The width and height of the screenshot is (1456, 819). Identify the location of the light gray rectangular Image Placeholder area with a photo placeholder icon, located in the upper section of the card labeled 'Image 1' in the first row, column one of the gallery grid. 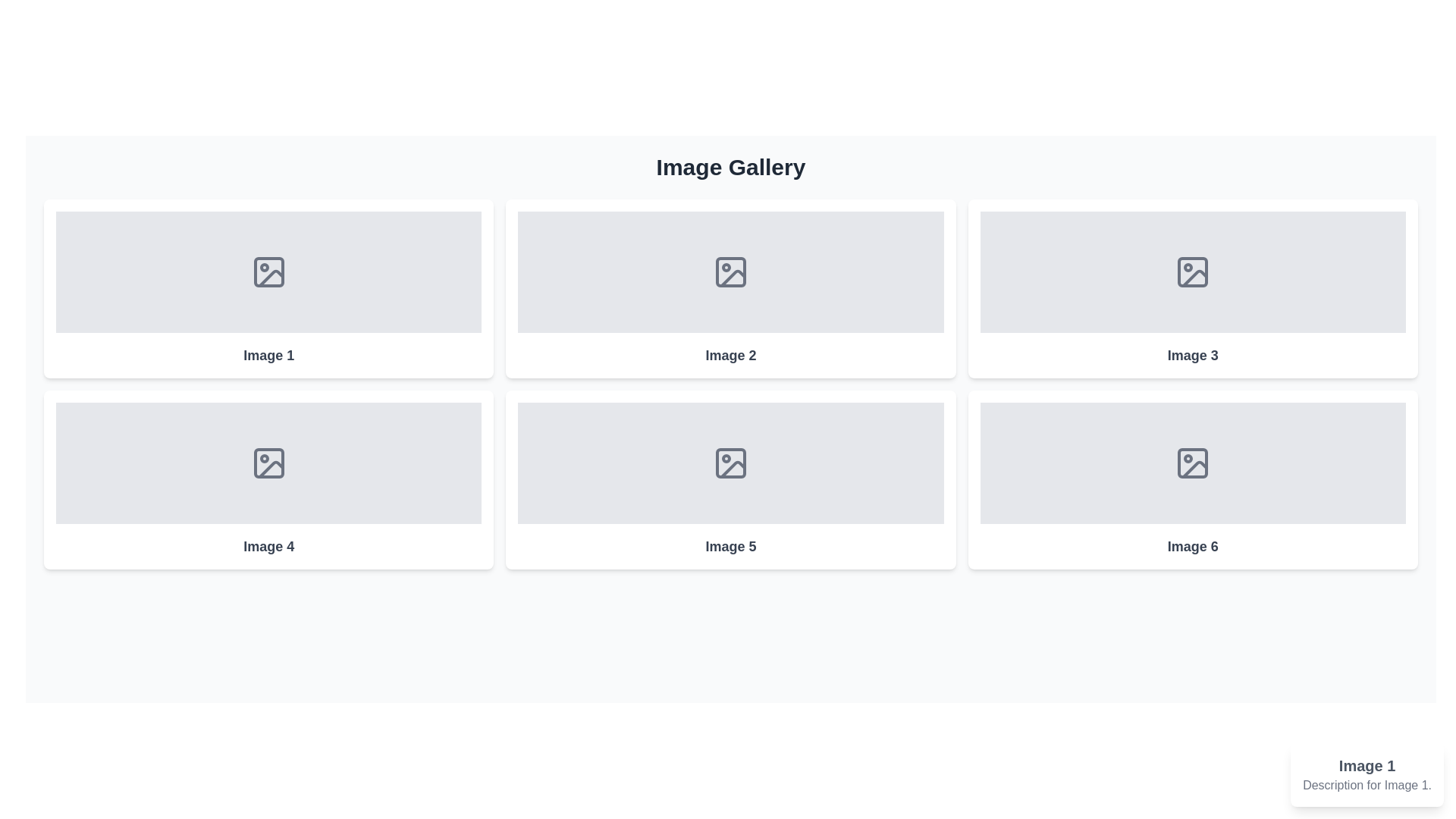
(268, 271).